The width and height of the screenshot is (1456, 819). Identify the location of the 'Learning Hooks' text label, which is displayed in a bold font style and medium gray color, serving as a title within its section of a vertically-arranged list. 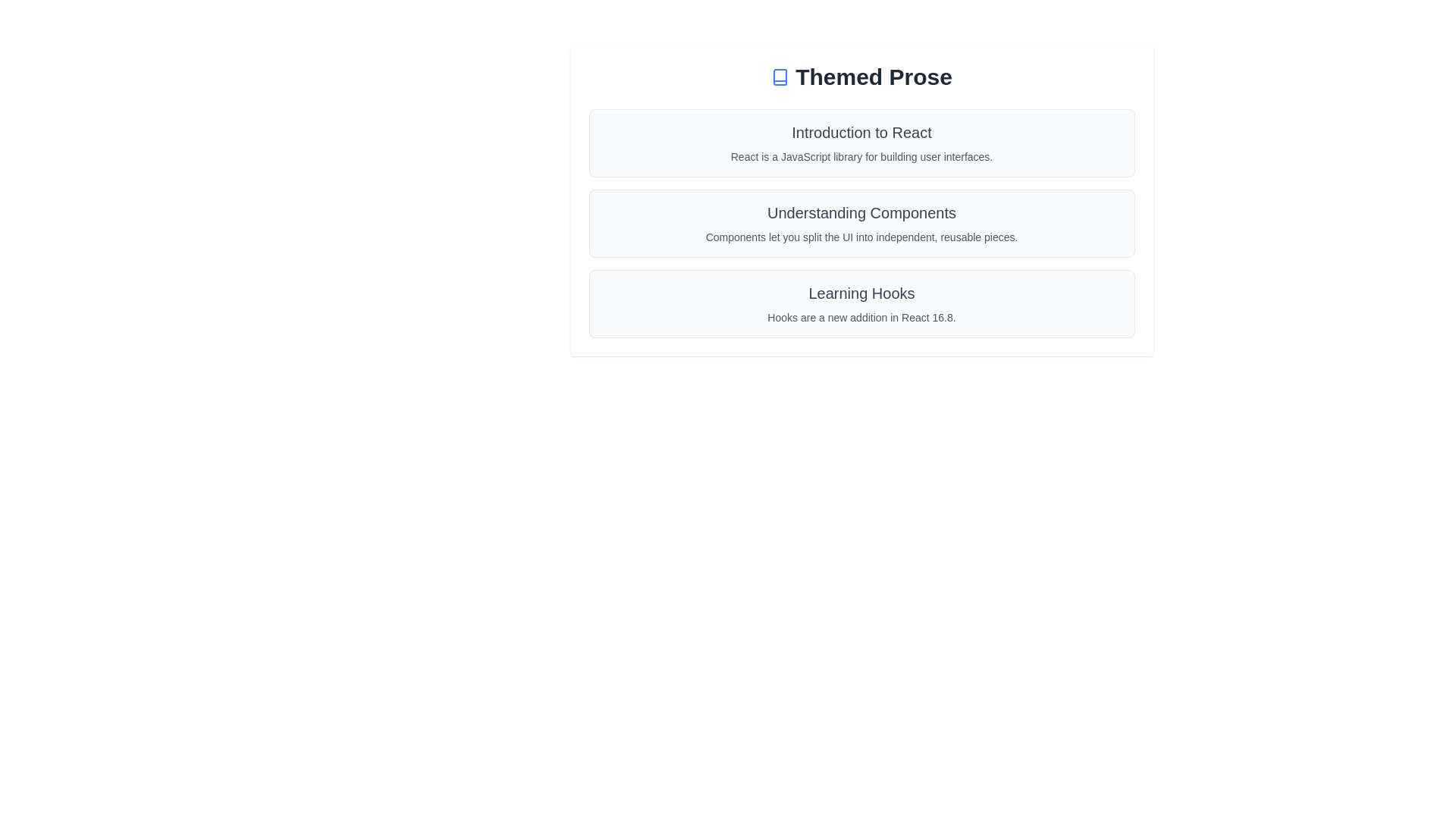
(861, 293).